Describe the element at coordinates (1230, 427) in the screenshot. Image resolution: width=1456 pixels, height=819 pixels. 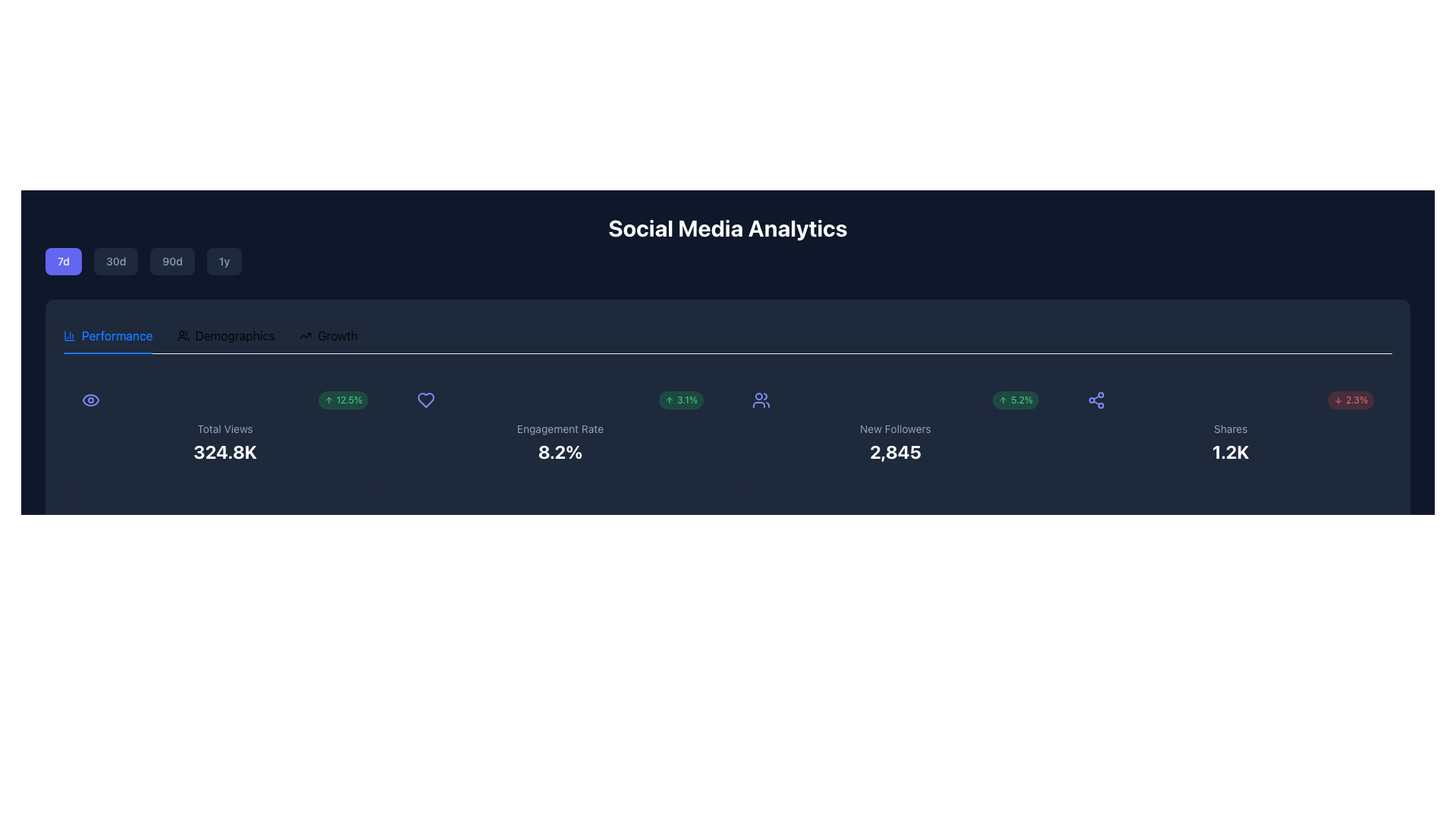
I see `the dark blue Informative card that displays 'Shares' and the number '1.2K', located in the bottom-right corner of the grid layout` at that location.